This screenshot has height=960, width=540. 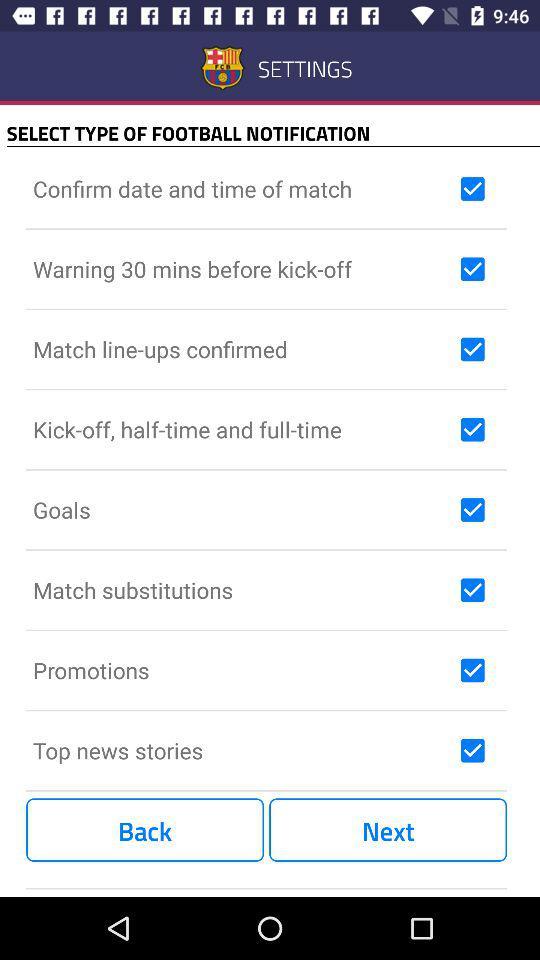 I want to click on back at the bottom left corner, so click(x=144, y=830).